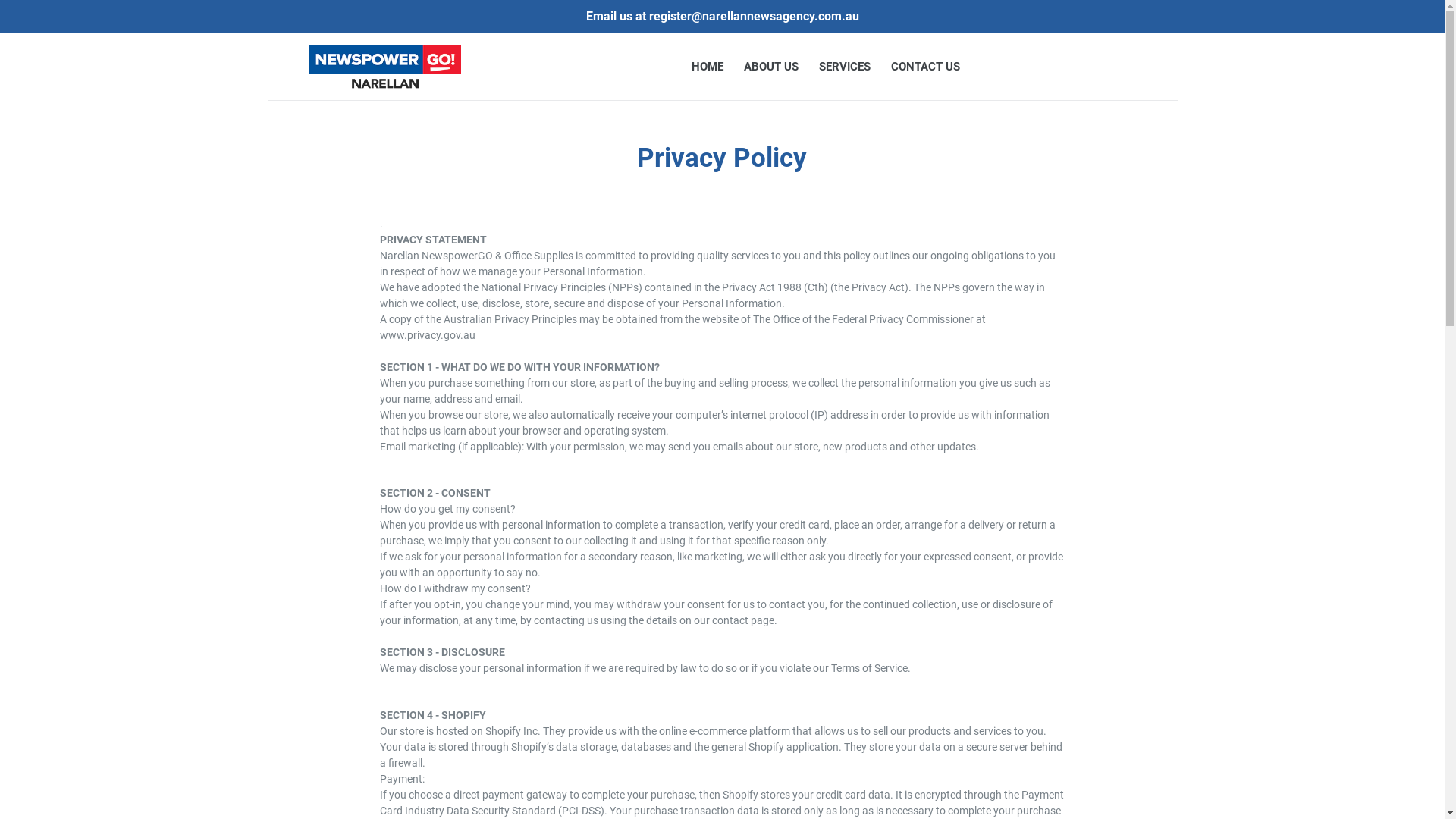 This screenshot has width=1456, height=819. Describe the element at coordinates (924, 66) in the screenshot. I see `'CONTACT US'` at that location.